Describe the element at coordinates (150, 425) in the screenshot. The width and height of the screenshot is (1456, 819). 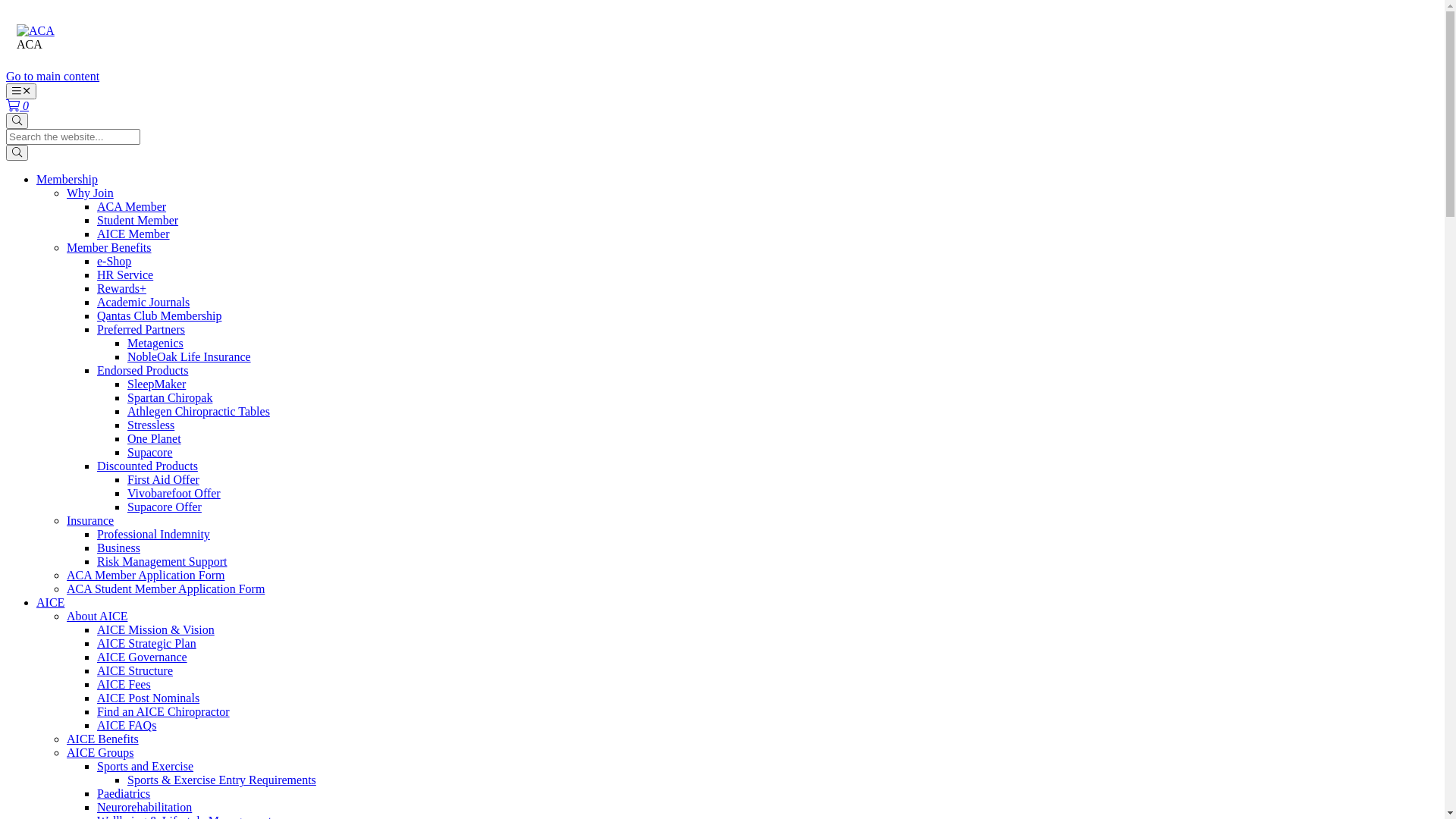
I see `'Stressless'` at that location.